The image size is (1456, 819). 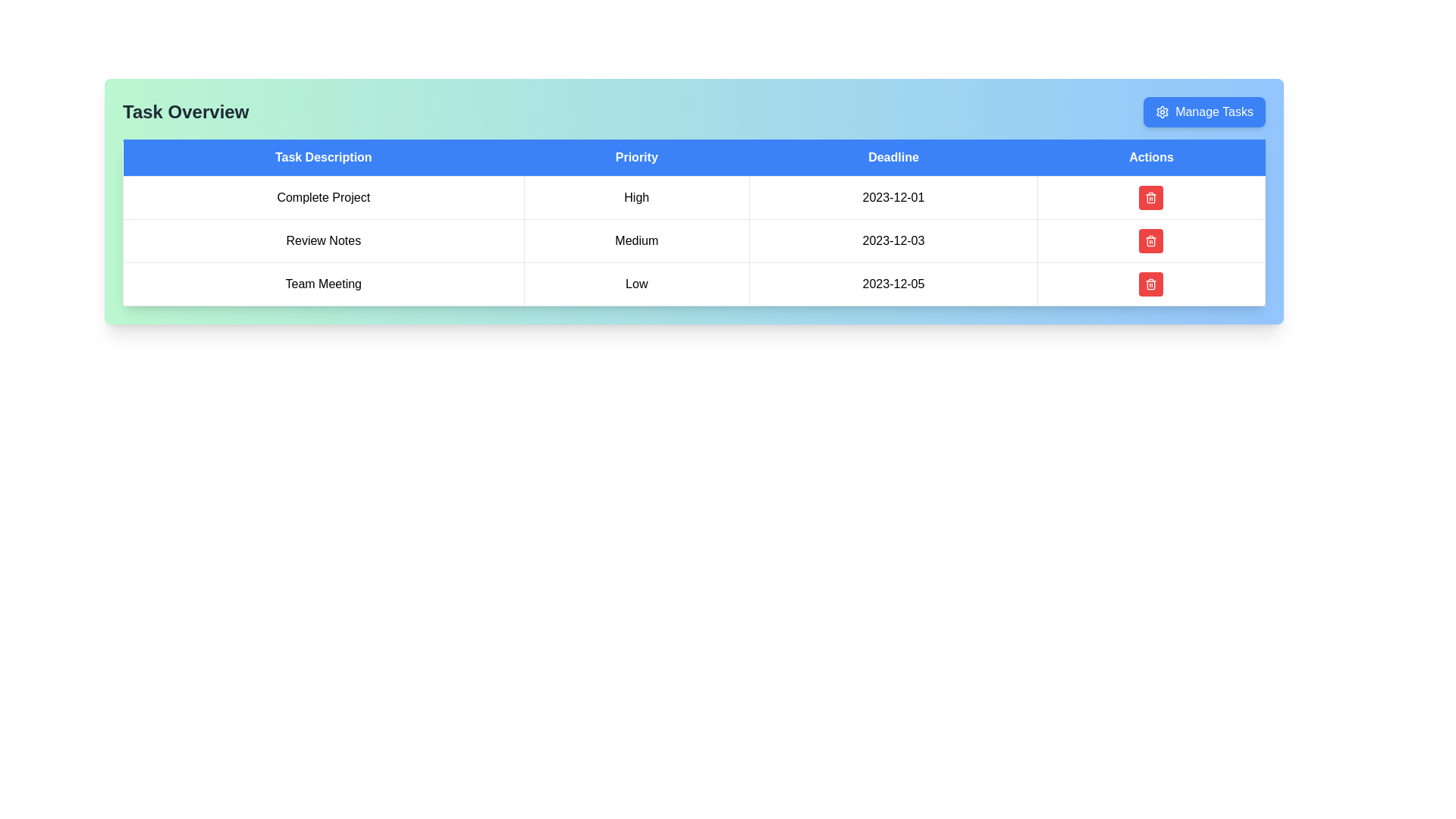 I want to click on the middle row of the task table that contains the columns 'Review Notes', 'Medium', and '2023-12-03' for editing, so click(x=693, y=240).